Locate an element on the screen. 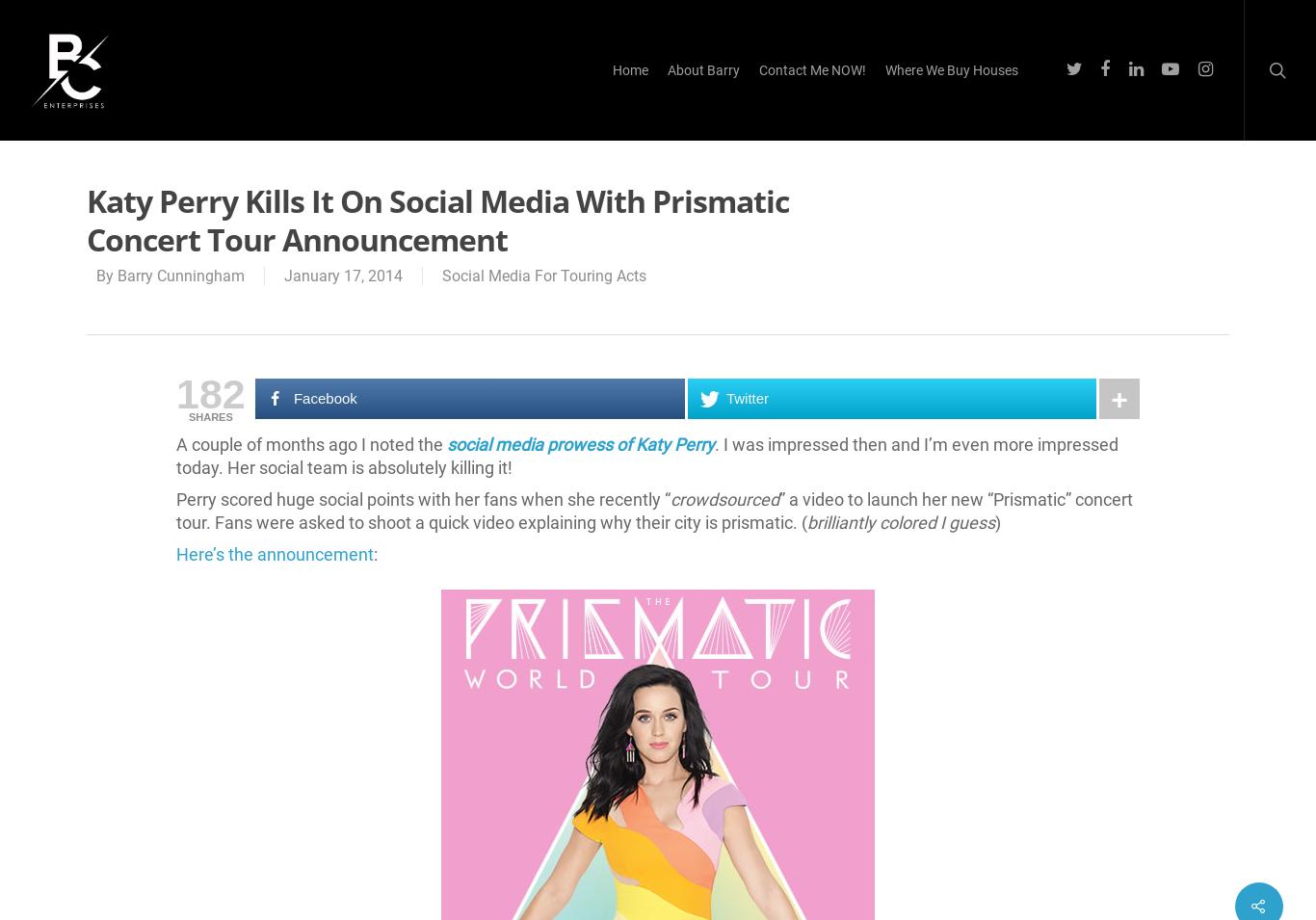  ':' is located at coordinates (374, 554).